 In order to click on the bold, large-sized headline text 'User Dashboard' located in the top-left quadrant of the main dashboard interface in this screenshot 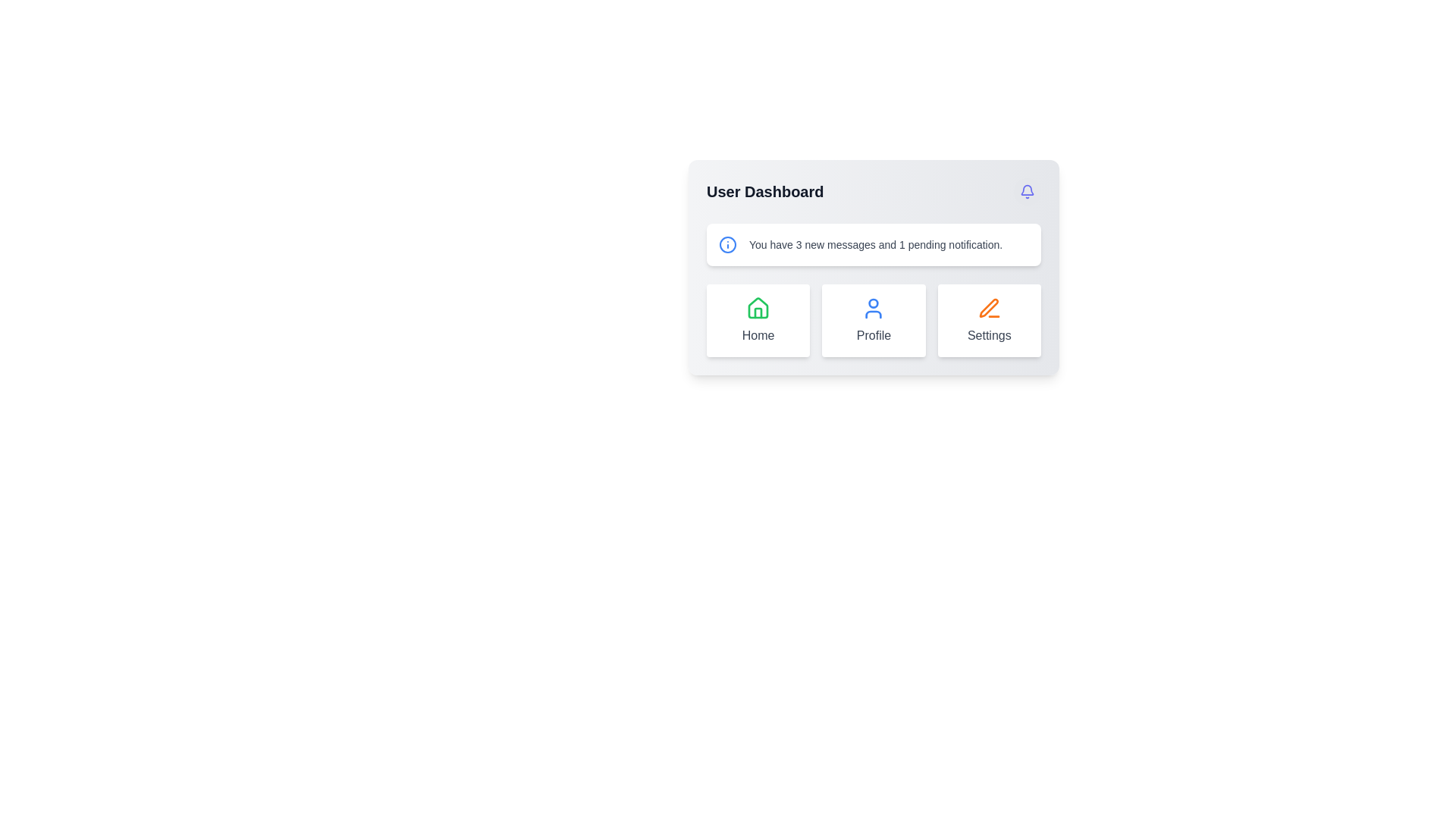, I will do `click(765, 191)`.